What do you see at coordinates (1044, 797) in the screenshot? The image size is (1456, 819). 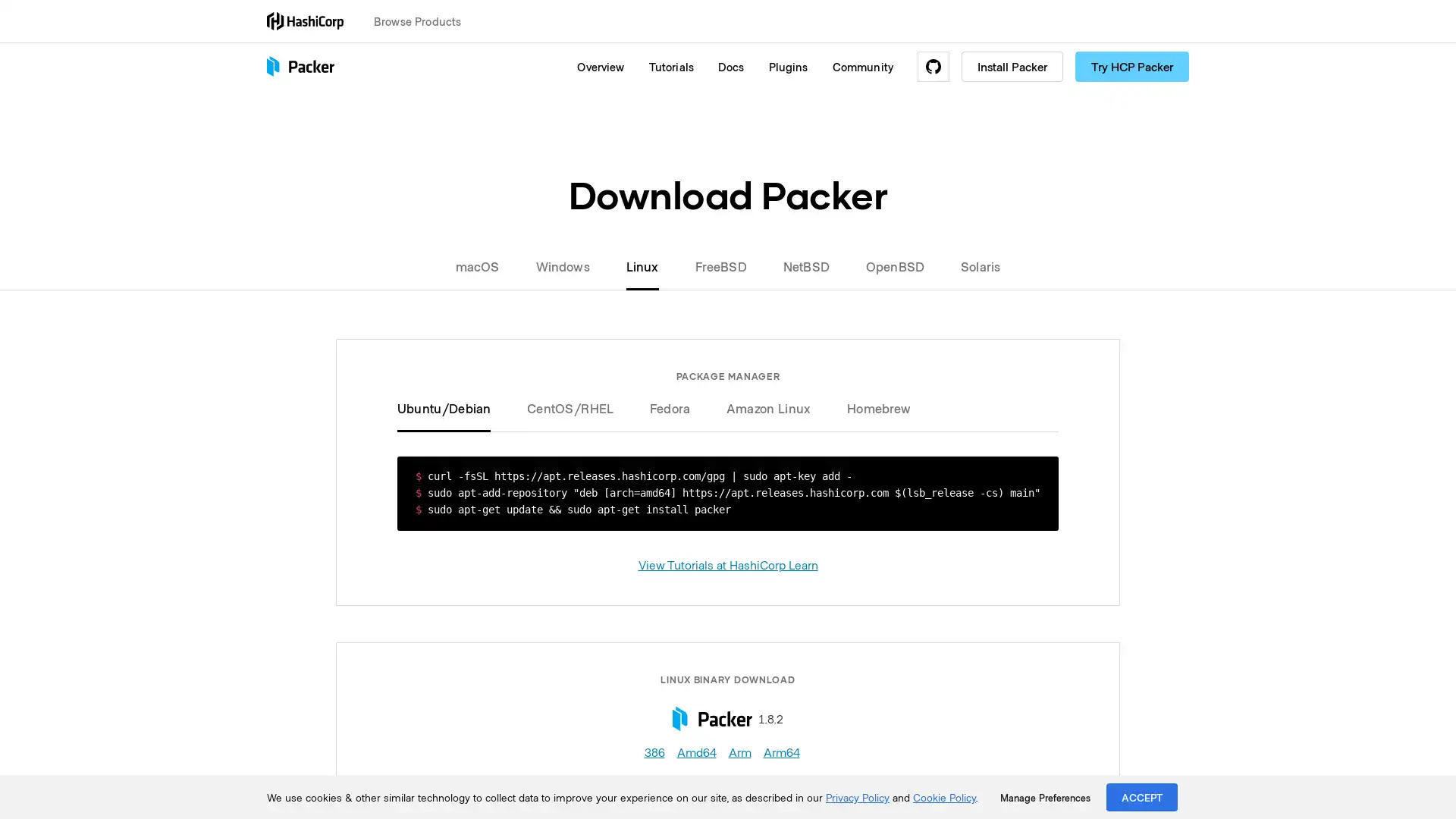 I see `Manage Preferences` at bounding box center [1044, 797].